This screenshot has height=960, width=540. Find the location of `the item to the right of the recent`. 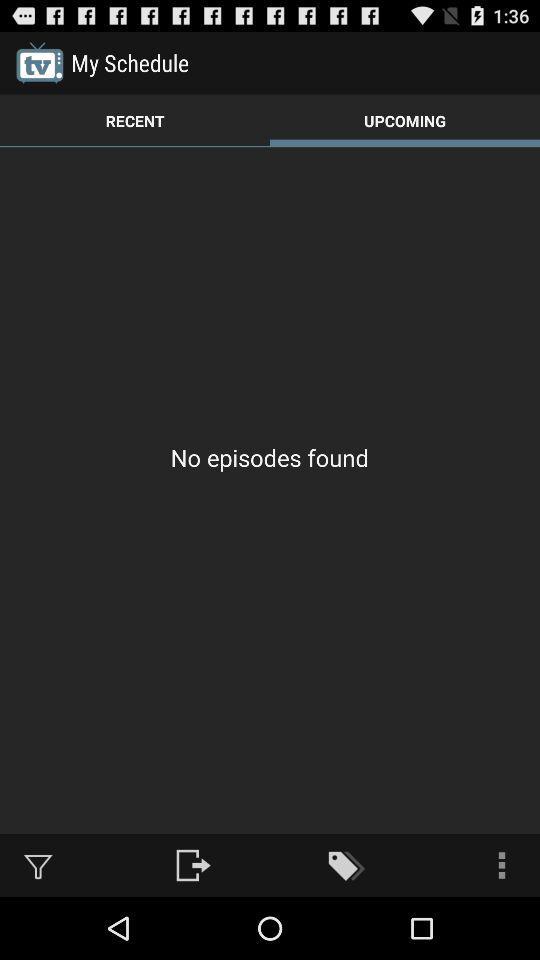

the item to the right of the recent is located at coordinates (405, 120).